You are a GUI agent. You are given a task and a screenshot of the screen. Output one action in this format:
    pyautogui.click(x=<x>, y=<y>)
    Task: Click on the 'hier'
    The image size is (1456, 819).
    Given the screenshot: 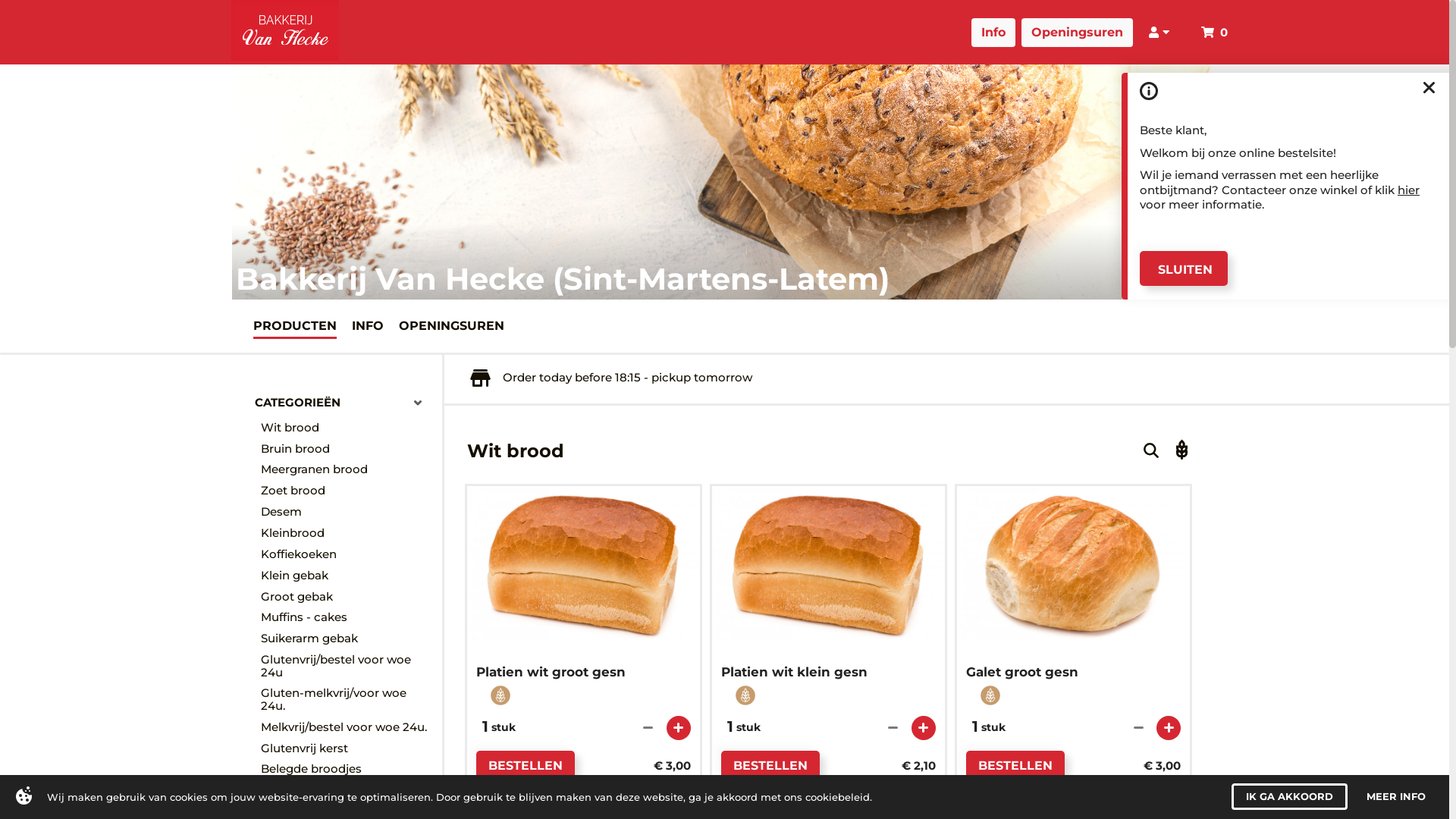 What is the action you would take?
    pyautogui.click(x=1407, y=188)
    